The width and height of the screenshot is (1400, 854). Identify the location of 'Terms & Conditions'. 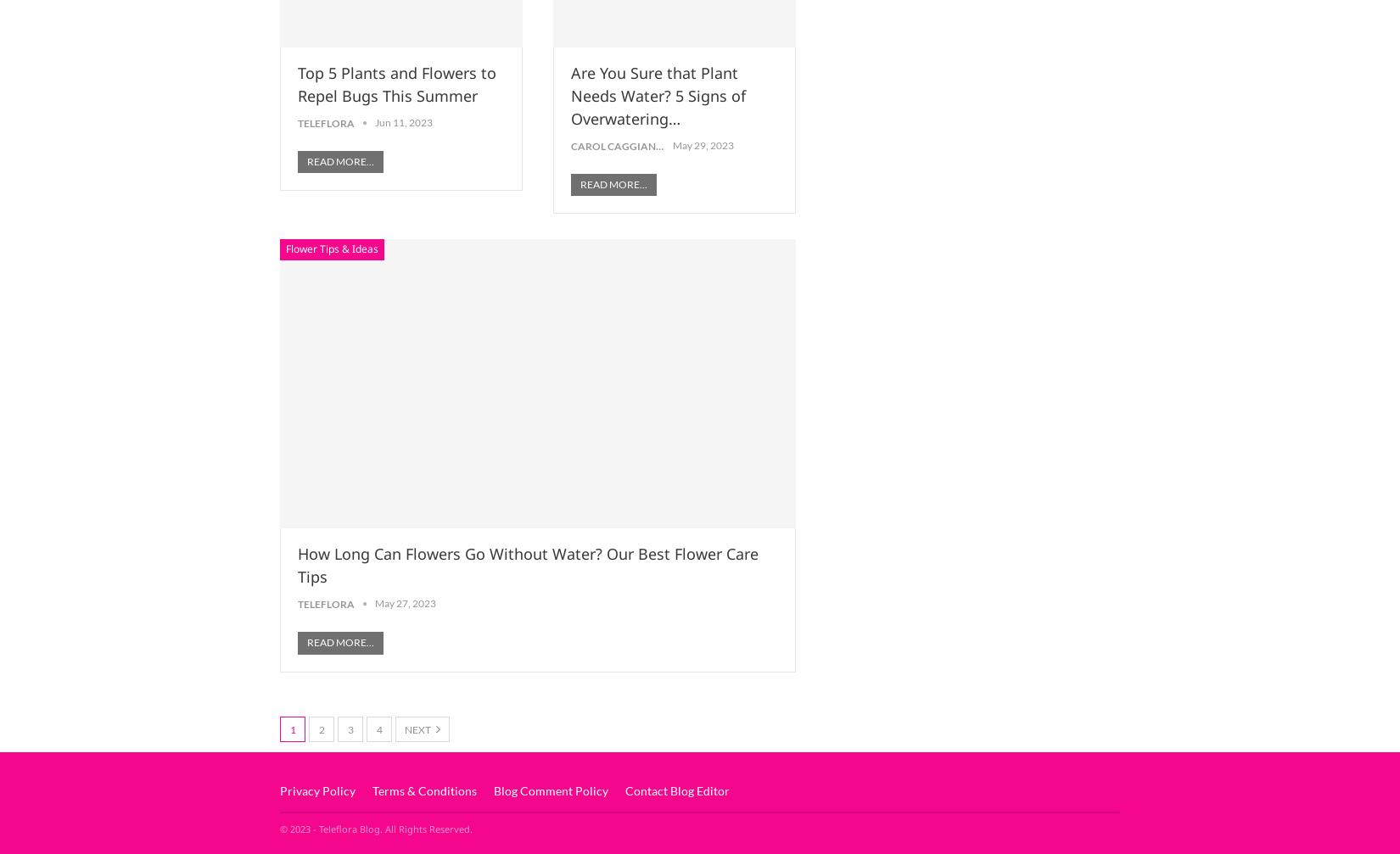
(423, 790).